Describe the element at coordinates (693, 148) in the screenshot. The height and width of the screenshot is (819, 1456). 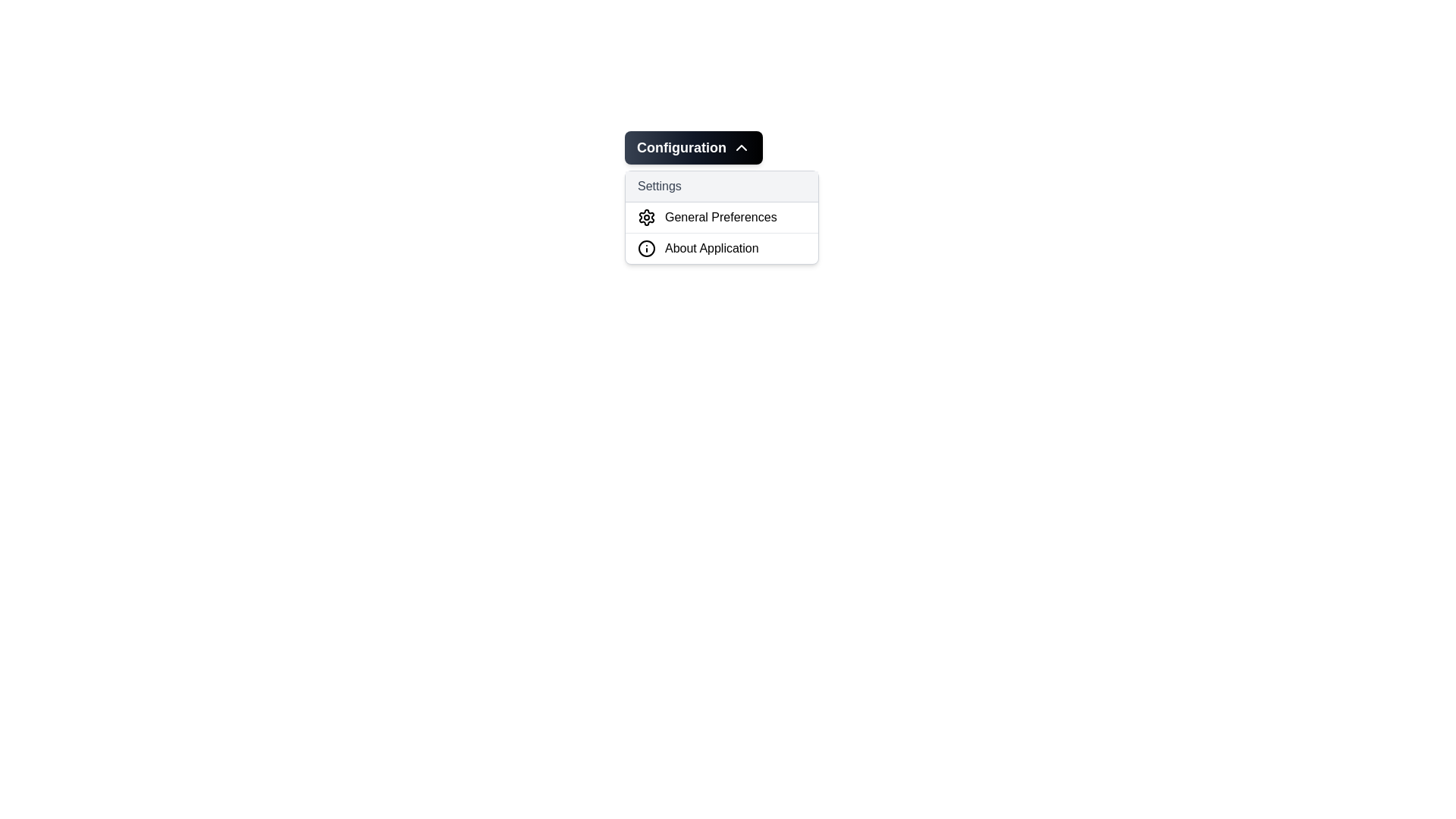
I see `the 'Configuration' button with a chevron up icon, styled with a gradient background from gray to black` at that location.